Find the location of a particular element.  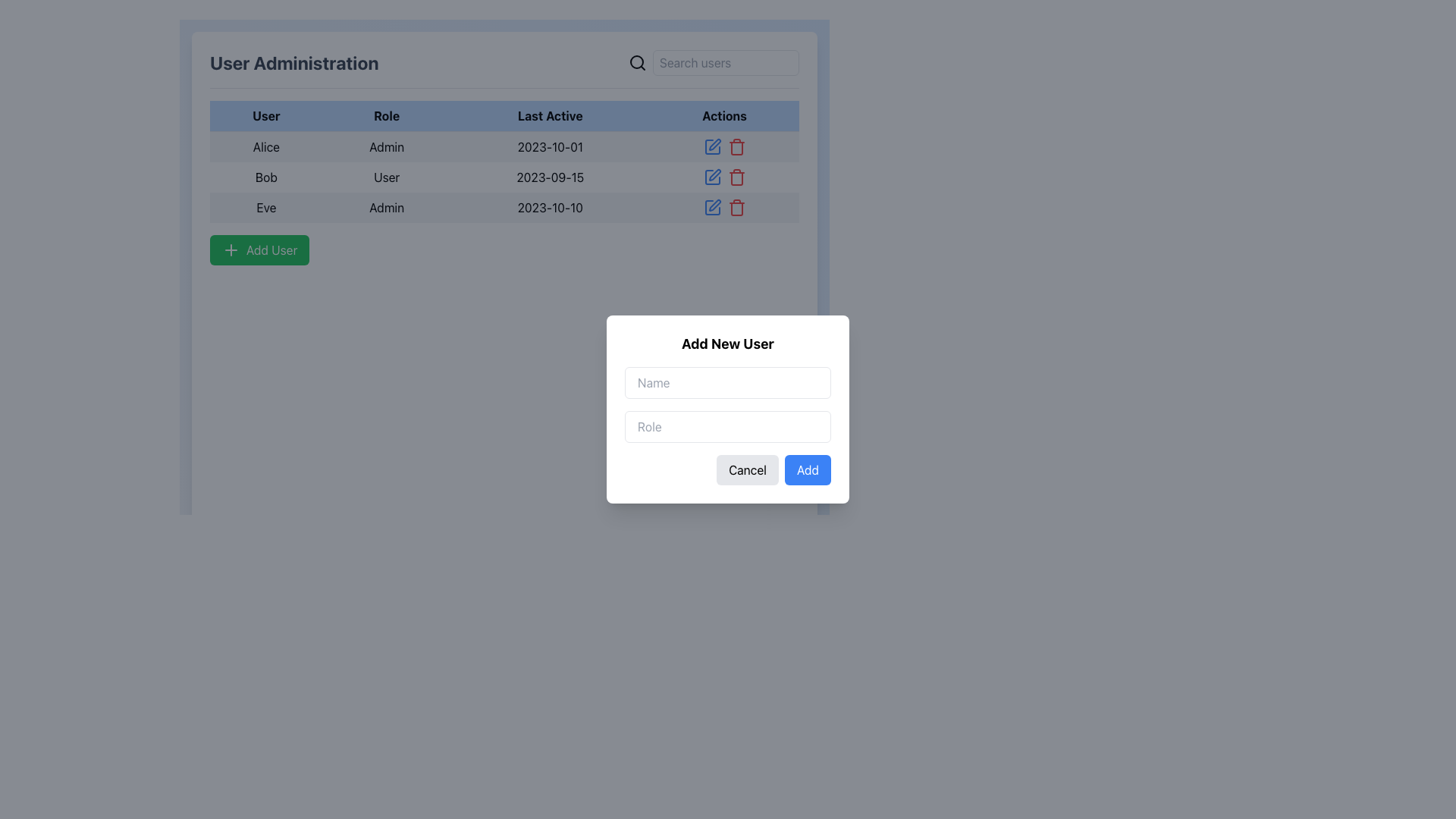

the text label displaying 'Bob' in bold, located in the 'User' column of the second row of the table in the 'User Administration' UI is located at coordinates (266, 177).